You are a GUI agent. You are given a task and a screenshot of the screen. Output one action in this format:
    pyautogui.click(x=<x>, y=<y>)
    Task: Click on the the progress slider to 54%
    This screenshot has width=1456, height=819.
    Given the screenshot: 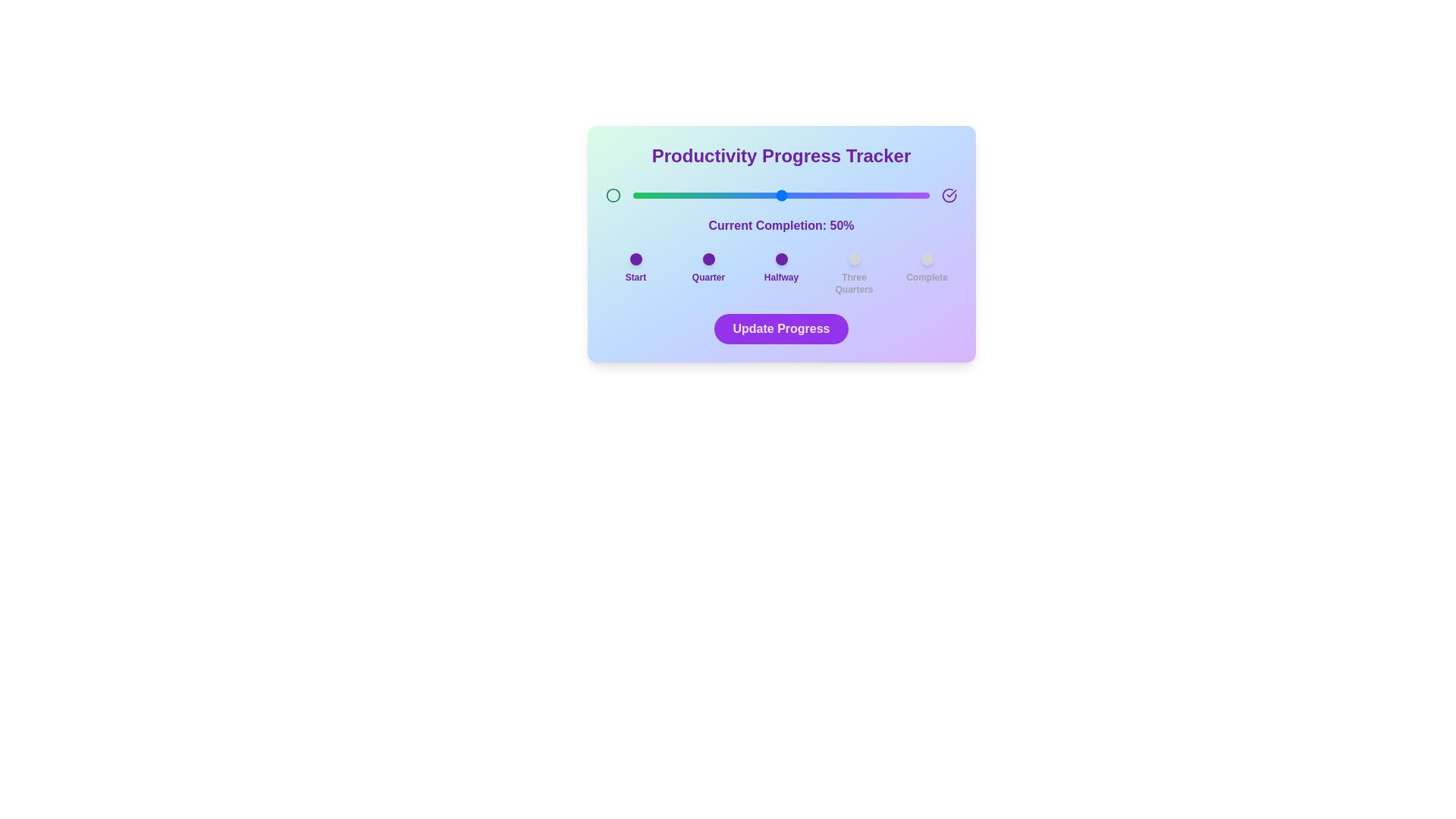 What is the action you would take?
    pyautogui.click(x=792, y=195)
    